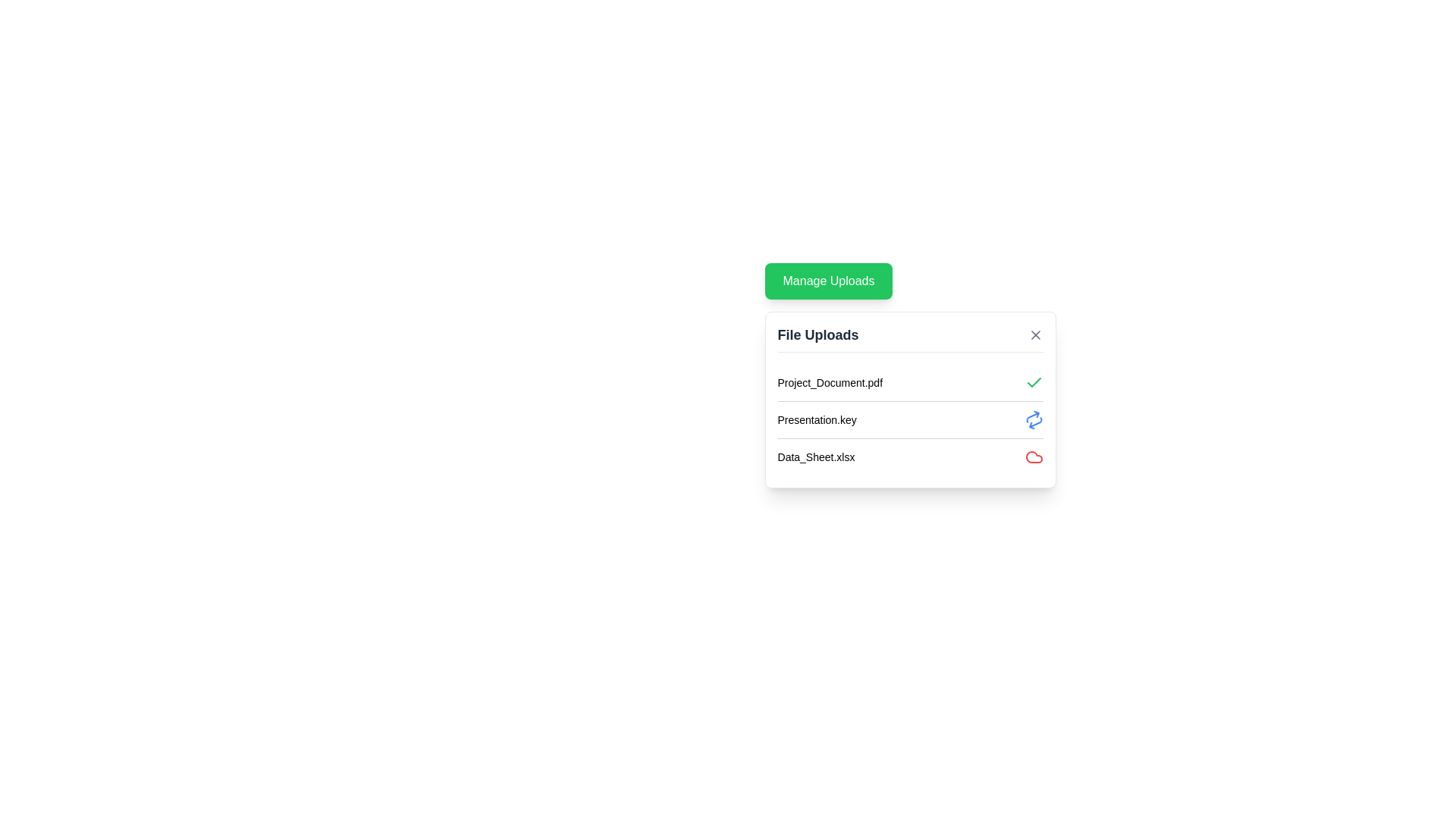  What do you see at coordinates (1033, 382) in the screenshot?
I see `the status of the green checkmark icon indicating the successful upload of 'Project_Document.pdf', positioned at the far right of the file listing row` at bounding box center [1033, 382].